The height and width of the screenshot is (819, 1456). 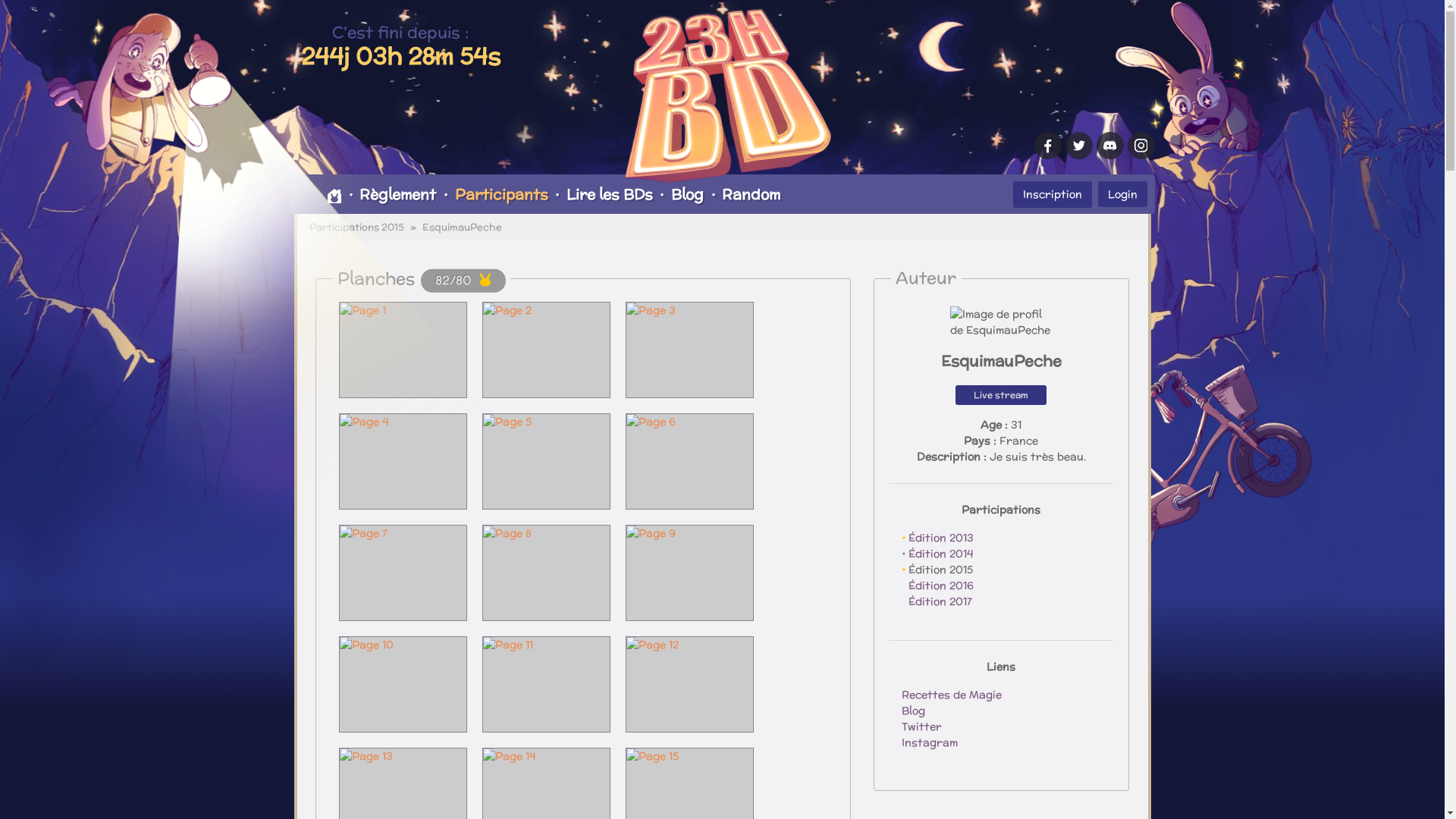 What do you see at coordinates (949, 694) in the screenshot?
I see `'Recettes de Magie'` at bounding box center [949, 694].